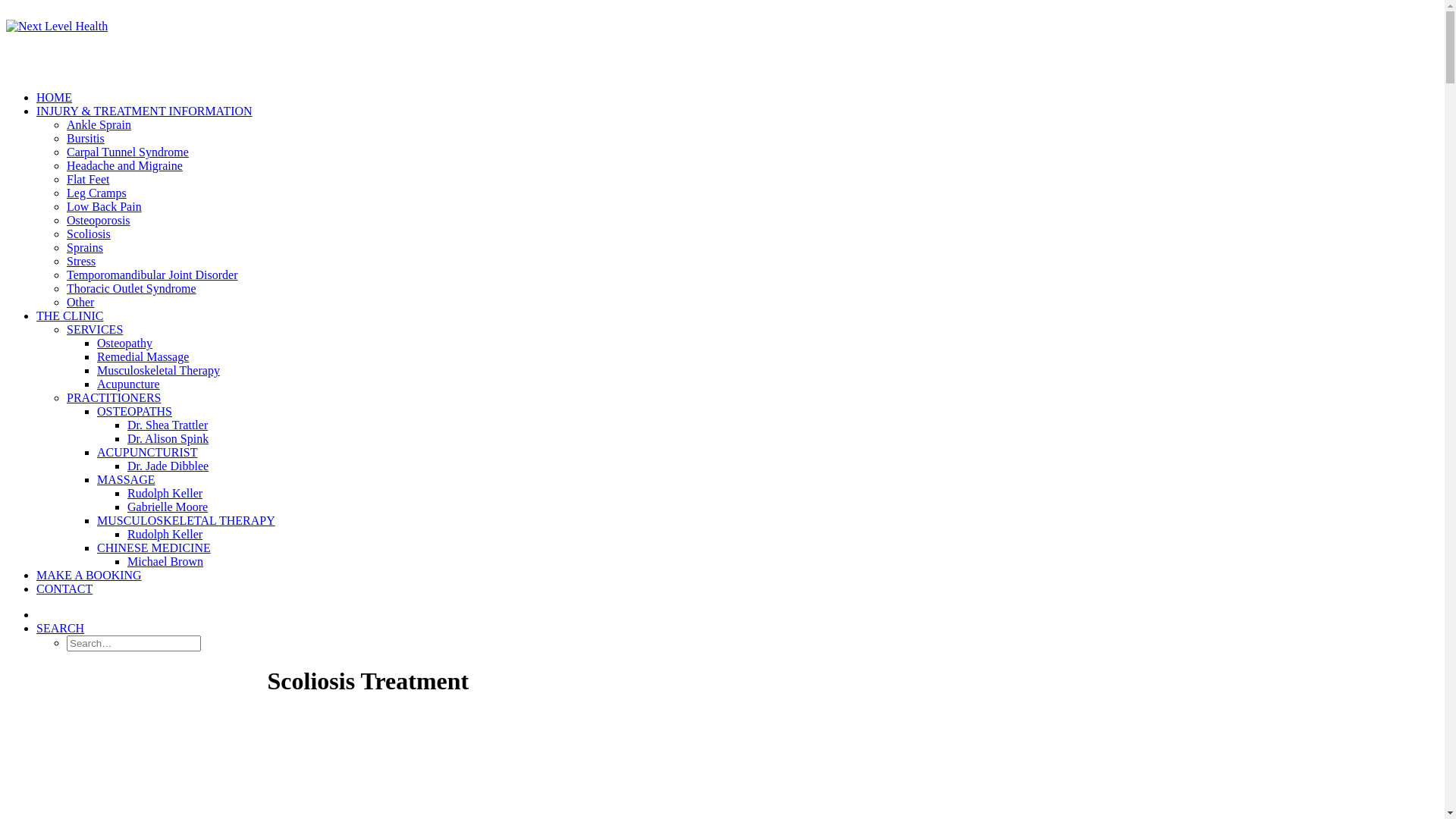 This screenshot has height=819, width=1456. I want to click on 'Acupuncture', so click(128, 383).